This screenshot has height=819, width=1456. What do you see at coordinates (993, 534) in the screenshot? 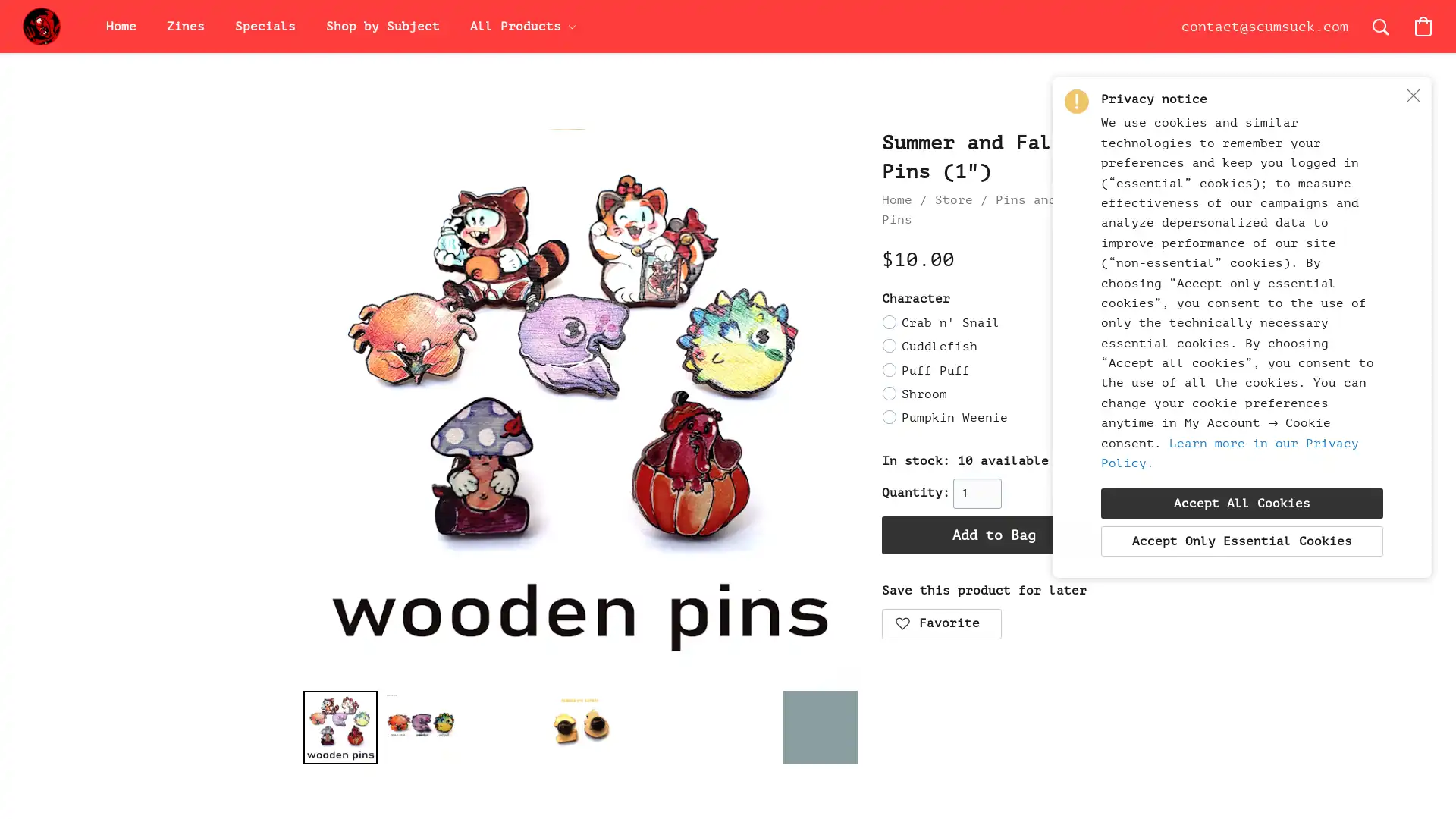
I see `Add to Bag` at bounding box center [993, 534].